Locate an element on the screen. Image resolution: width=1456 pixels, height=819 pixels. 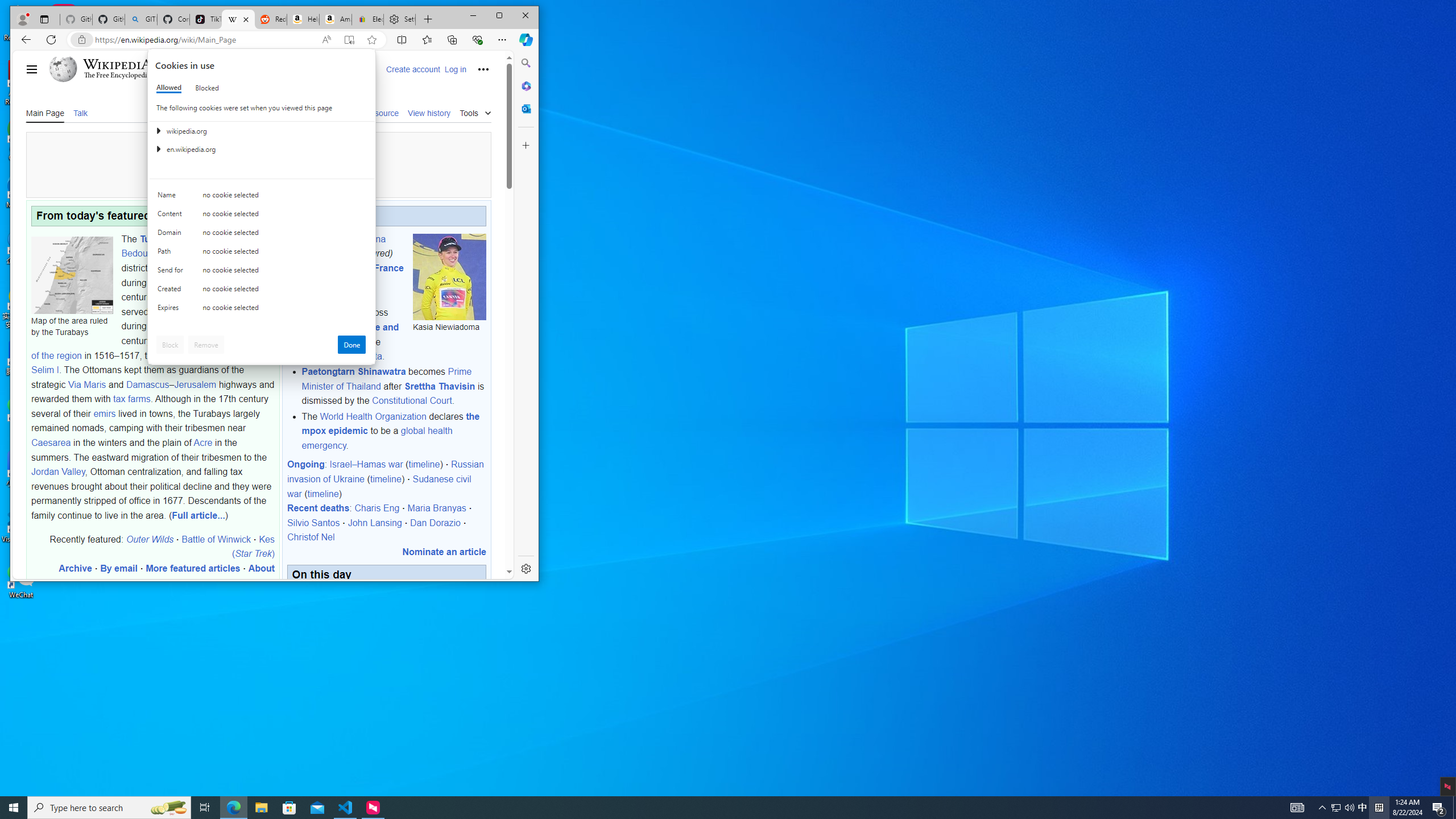
'Class: c0153 c0157 c0154' is located at coordinates (262, 197).